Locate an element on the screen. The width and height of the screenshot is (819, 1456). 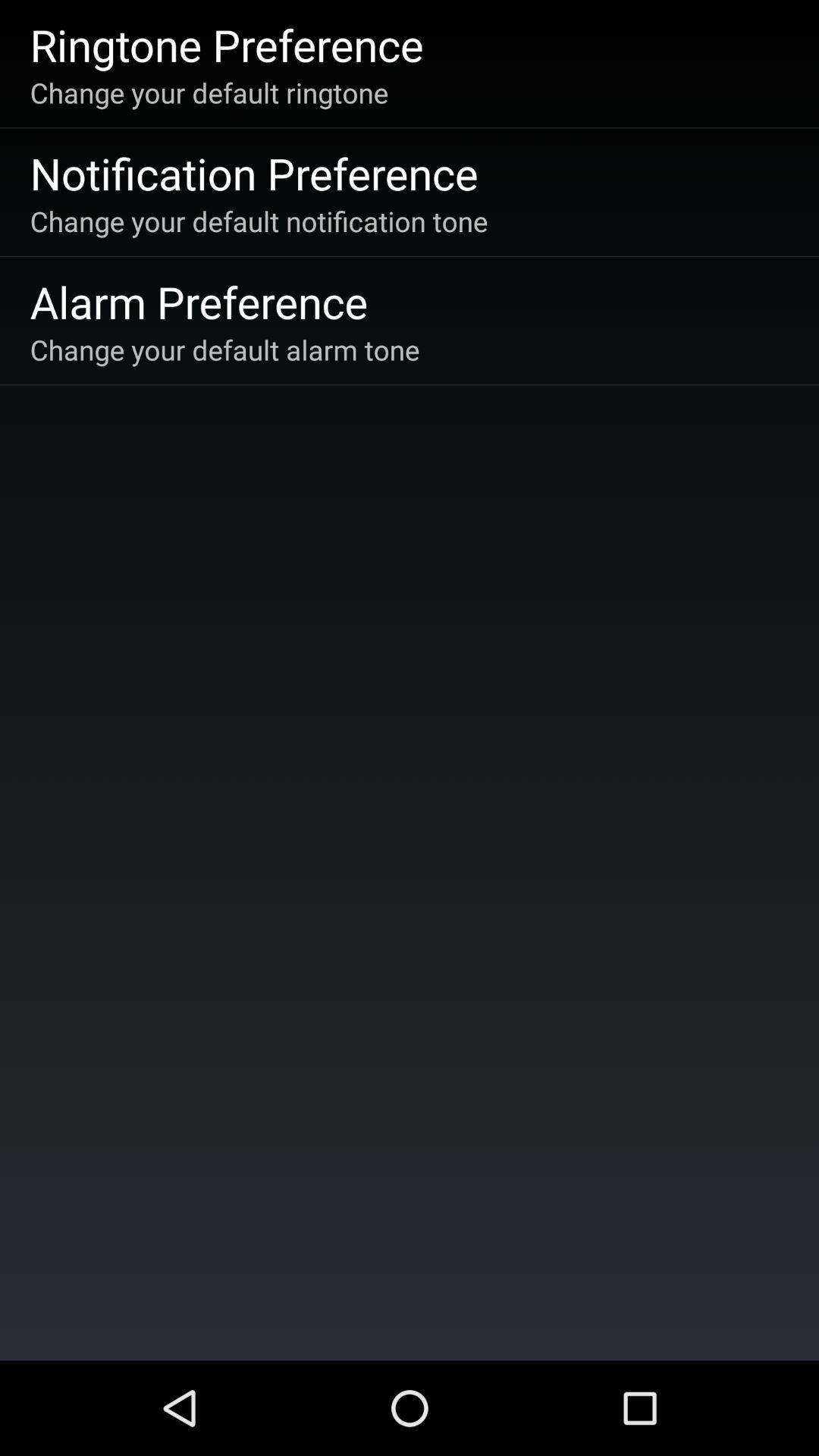
icon above the change your default icon is located at coordinates (227, 44).